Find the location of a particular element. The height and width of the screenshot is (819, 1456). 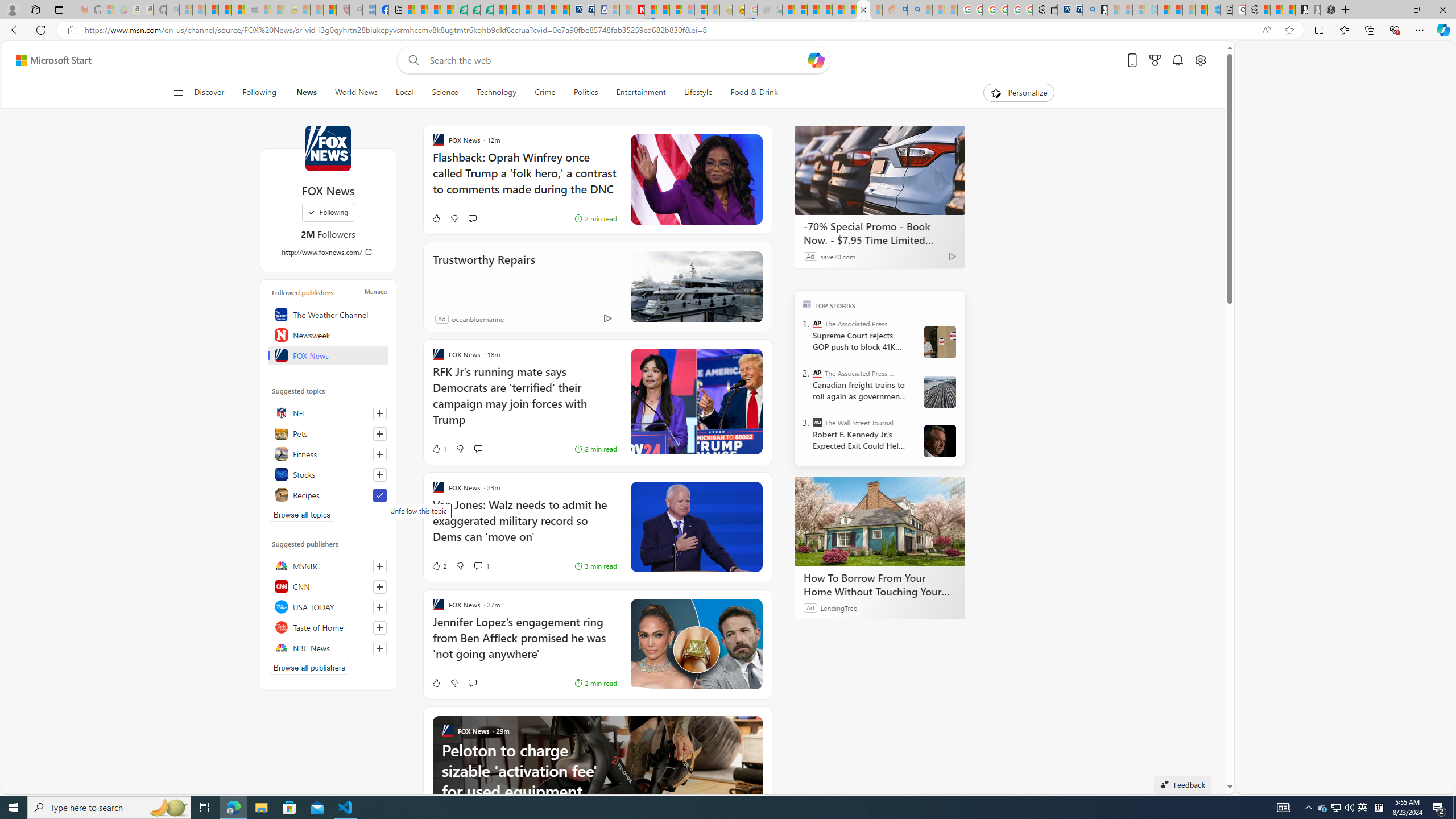

'Utah sues federal government - Search' is located at coordinates (913, 9).